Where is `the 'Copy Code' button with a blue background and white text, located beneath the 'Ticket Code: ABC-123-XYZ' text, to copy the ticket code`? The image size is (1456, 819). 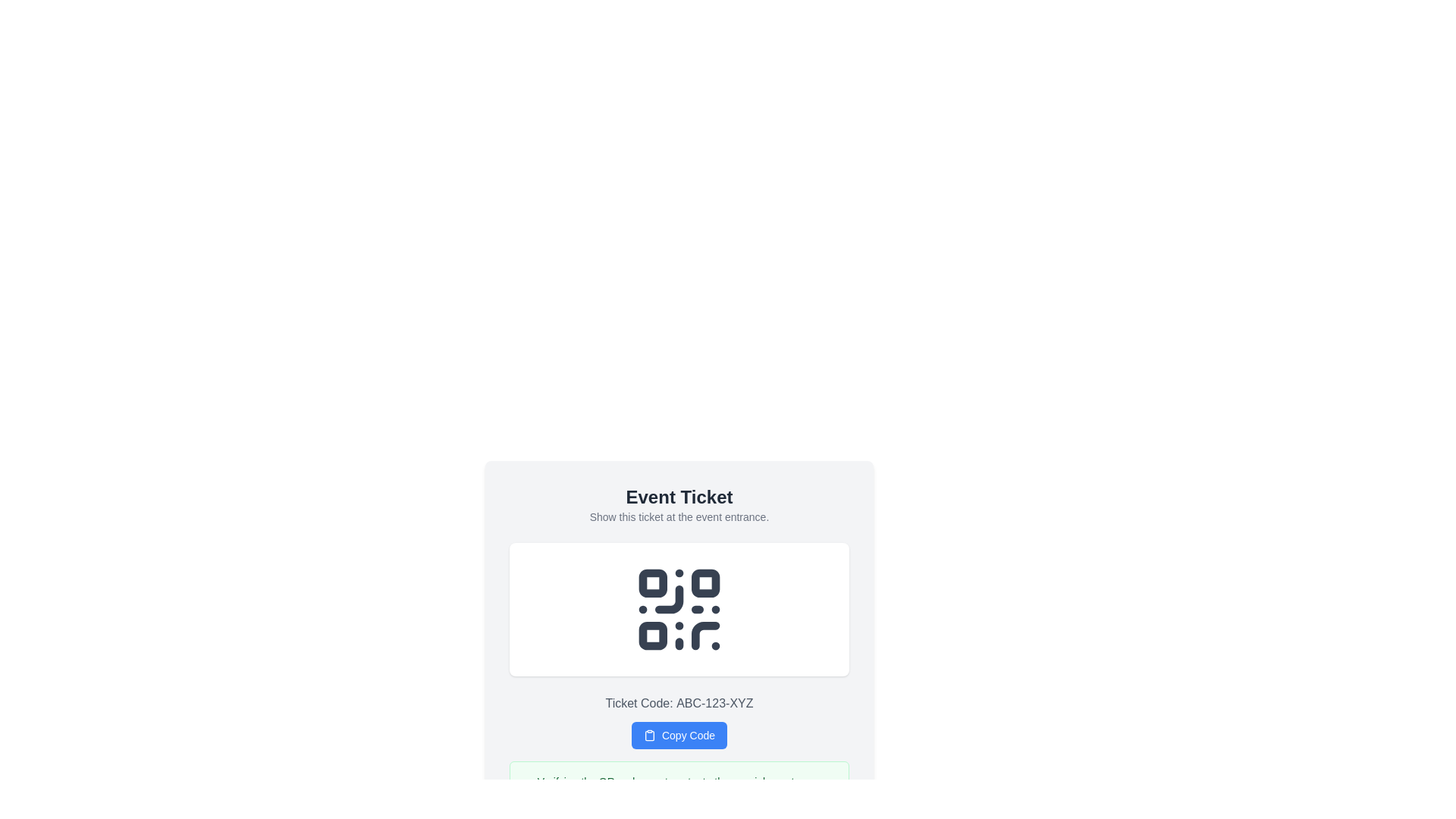
the 'Copy Code' button with a blue background and white text, located beneath the 'Ticket Code: ABC-123-XYZ' text, to copy the ticket code is located at coordinates (679, 734).